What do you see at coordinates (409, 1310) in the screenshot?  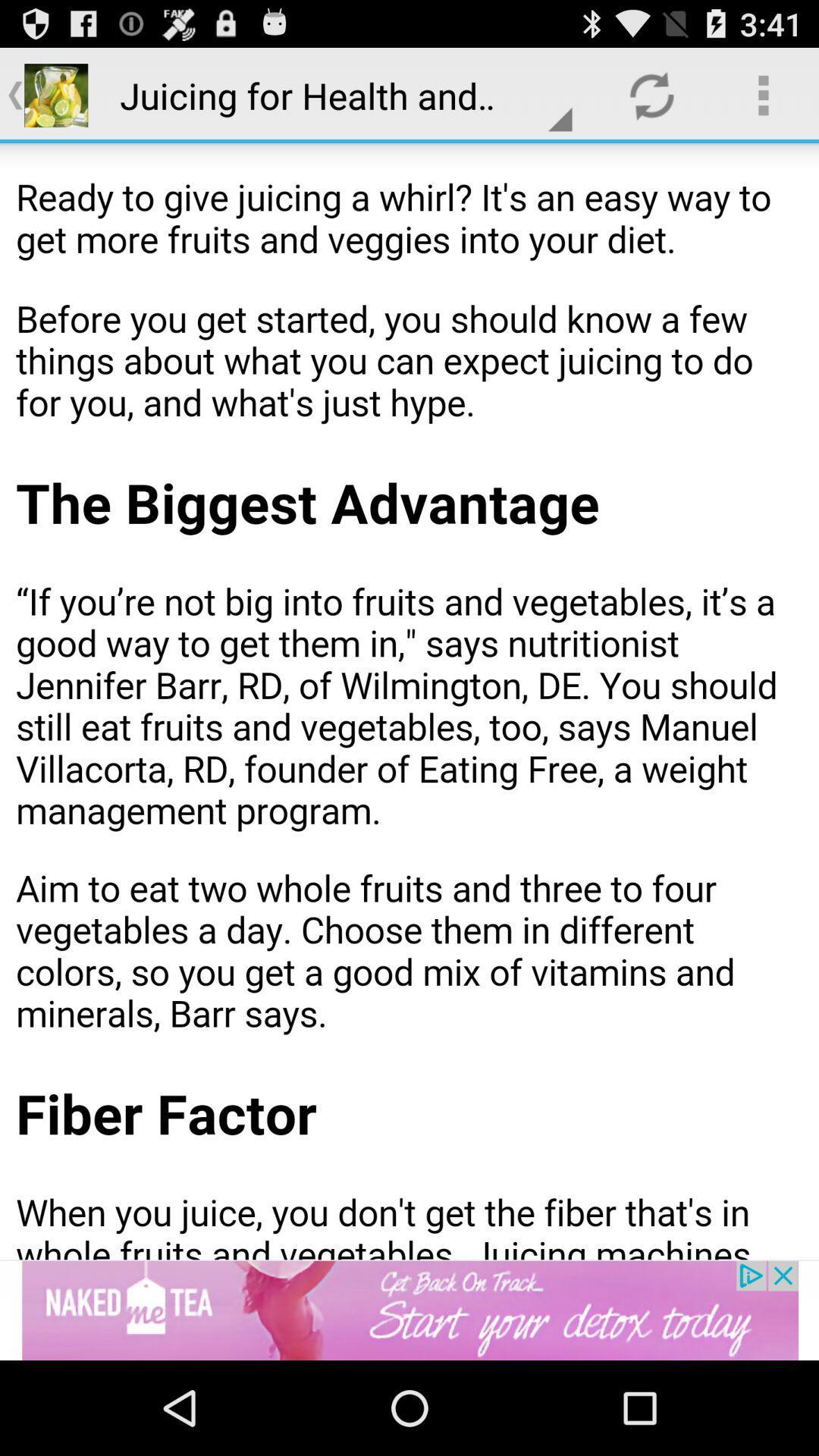 I see `open advertisement` at bounding box center [409, 1310].